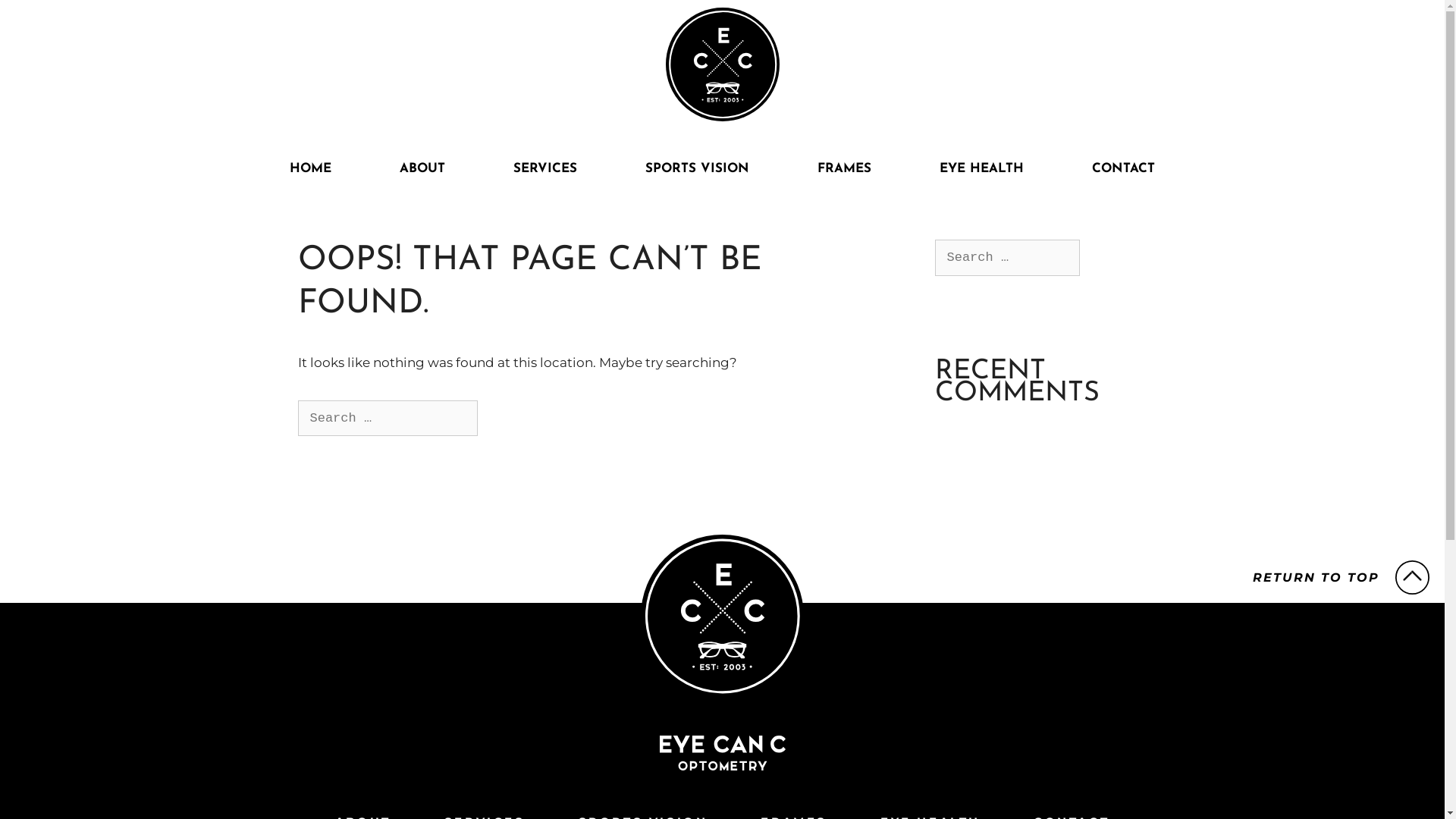 The width and height of the screenshot is (1456, 819). What do you see at coordinates (905, 169) in the screenshot?
I see `'EYE HEALTH'` at bounding box center [905, 169].